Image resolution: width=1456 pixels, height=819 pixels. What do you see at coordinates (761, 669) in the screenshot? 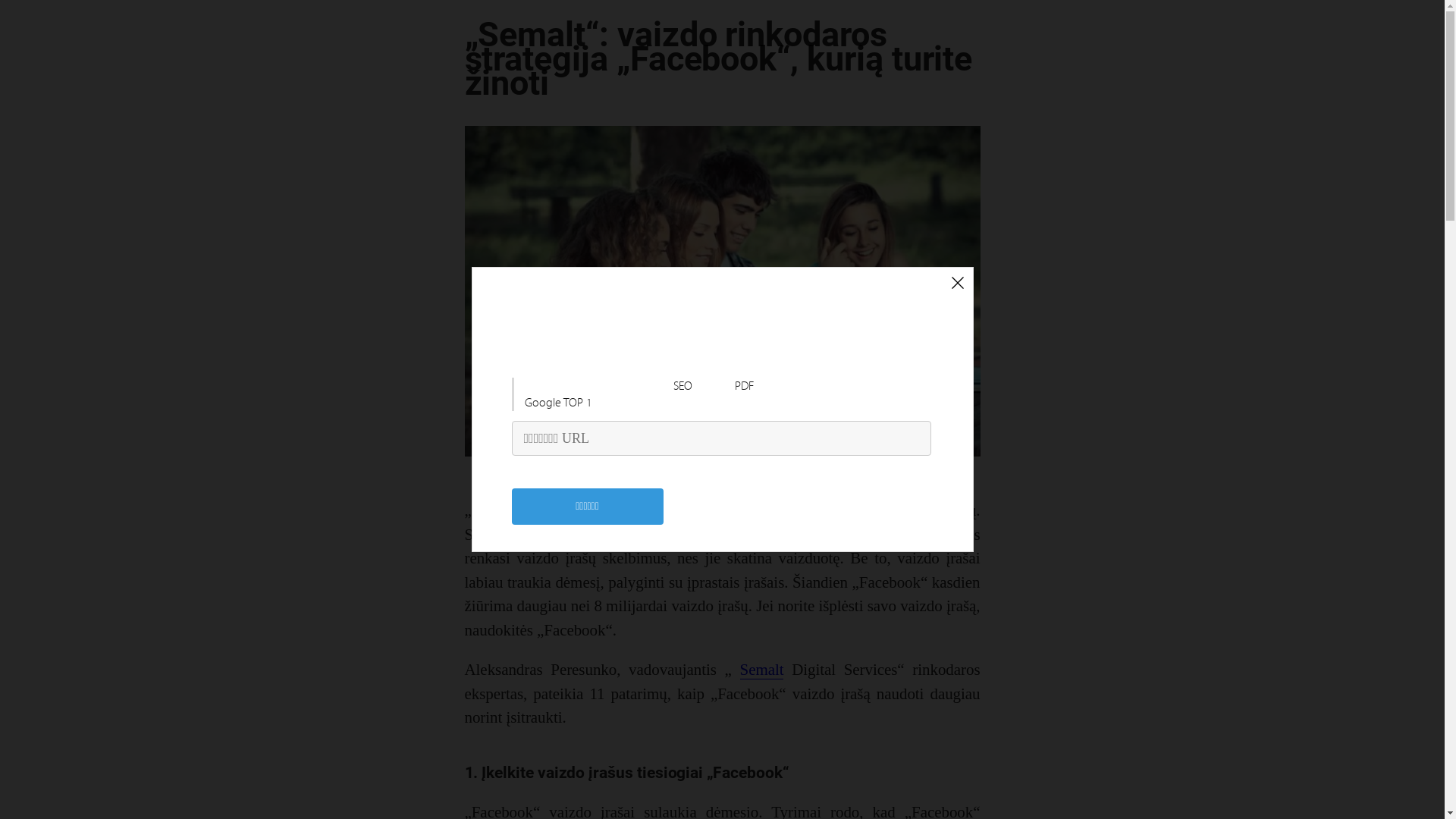
I see `'Semalt'` at bounding box center [761, 669].